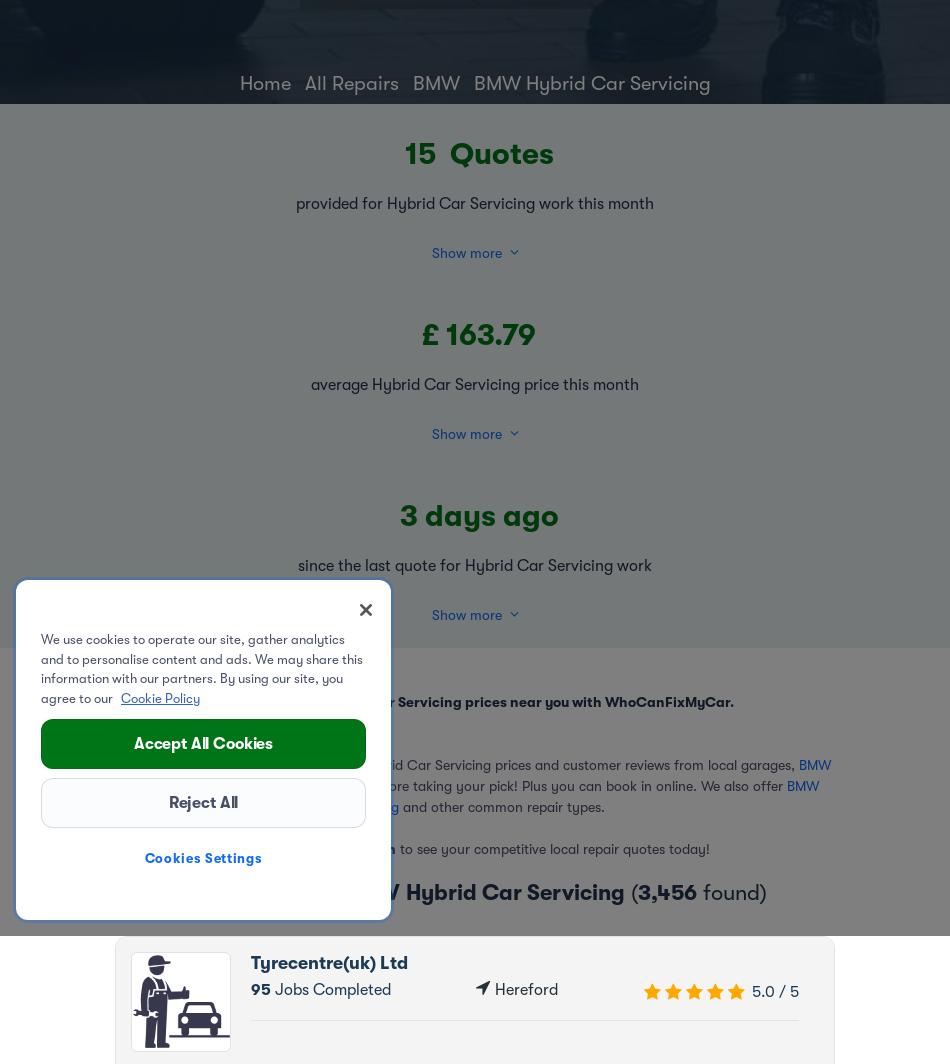 This screenshot has width=950, height=1064. I want to click on 'Top garages for', so click(262, 891).